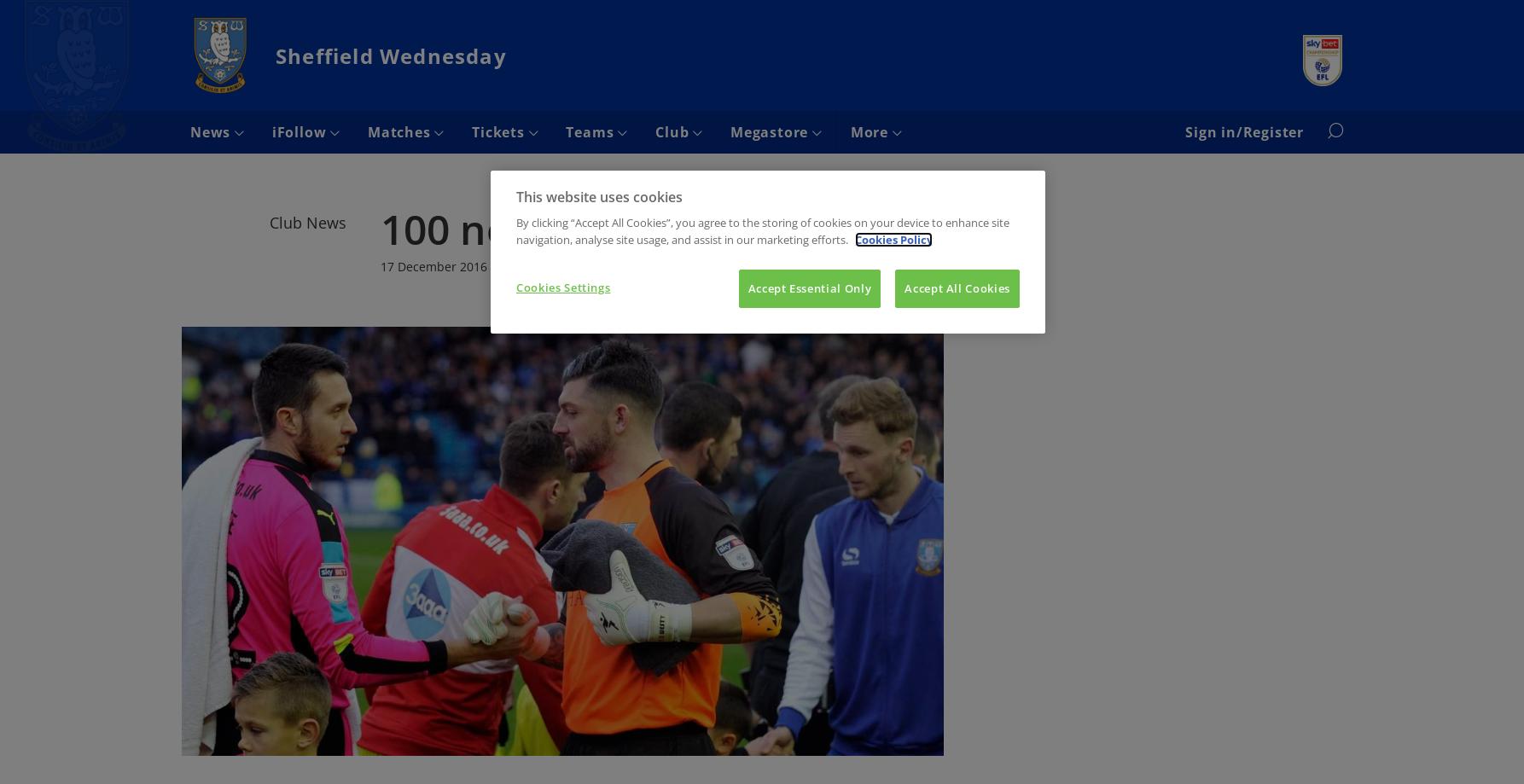  Describe the element at coordinates (1243, 131) in the screenshot. I see `'Sign in/Register'` at that location.